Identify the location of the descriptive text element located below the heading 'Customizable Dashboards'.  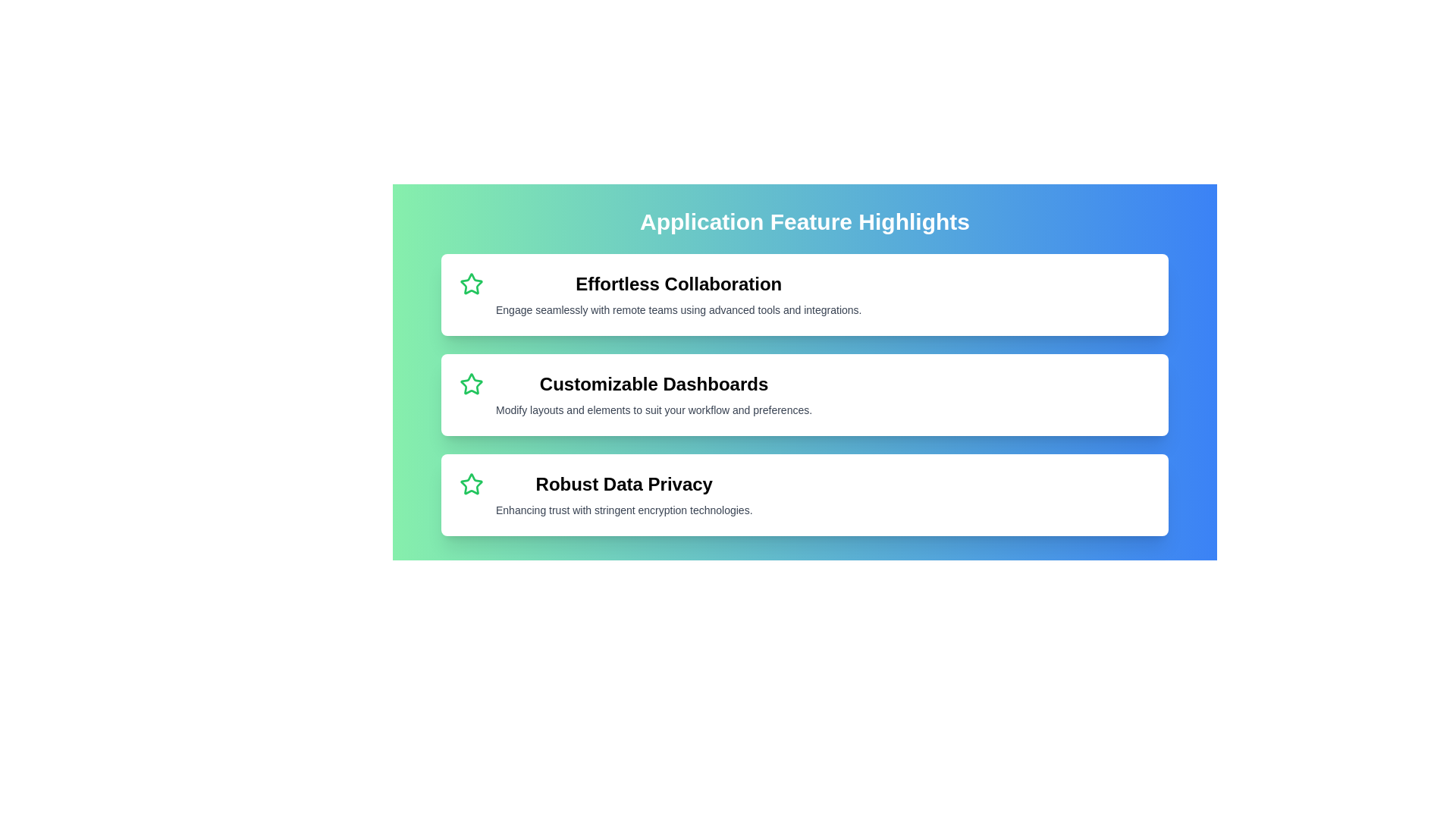
(654, 409).